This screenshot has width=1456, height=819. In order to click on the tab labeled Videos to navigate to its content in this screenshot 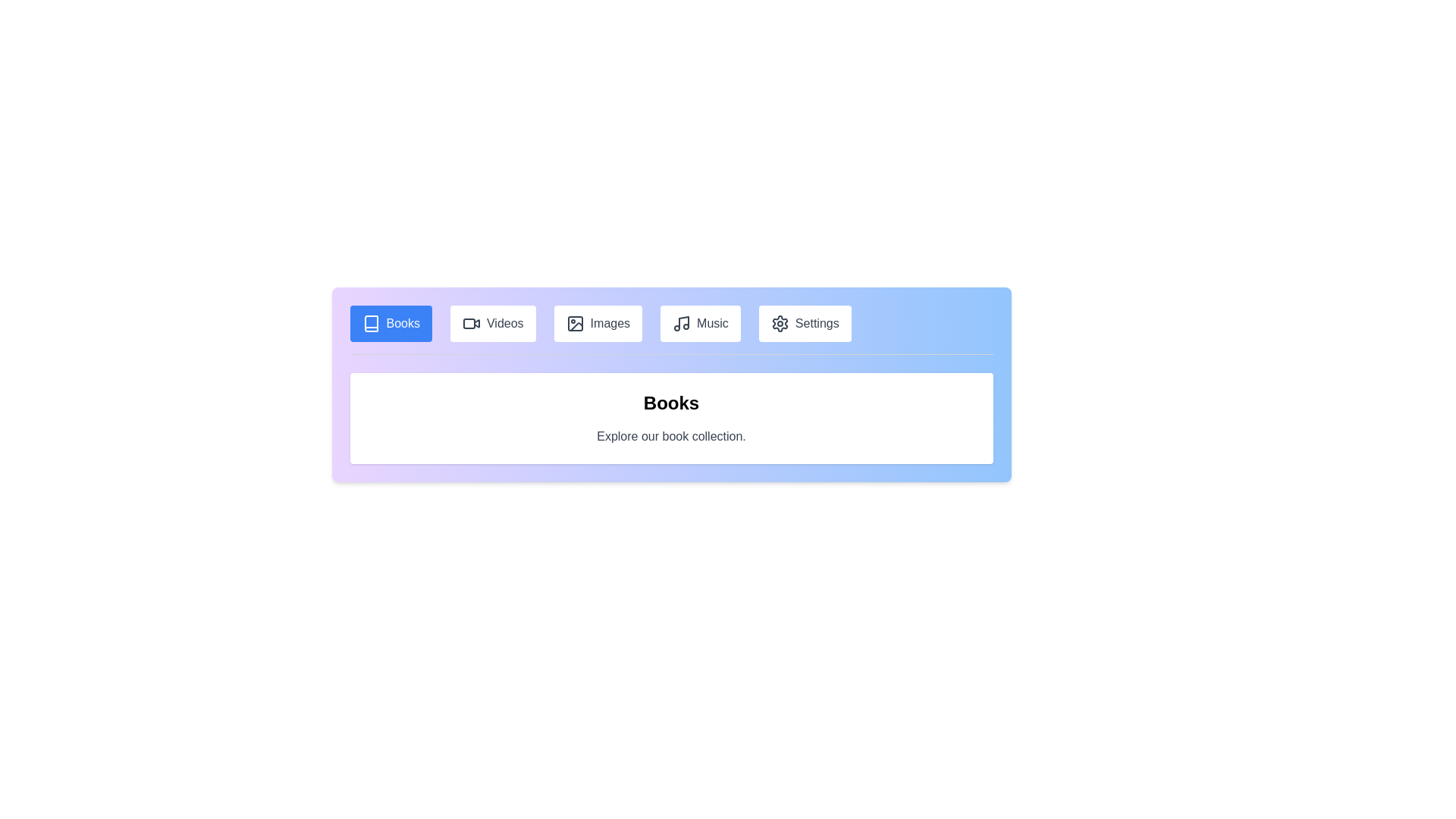, I will do `click(493, 323)`.